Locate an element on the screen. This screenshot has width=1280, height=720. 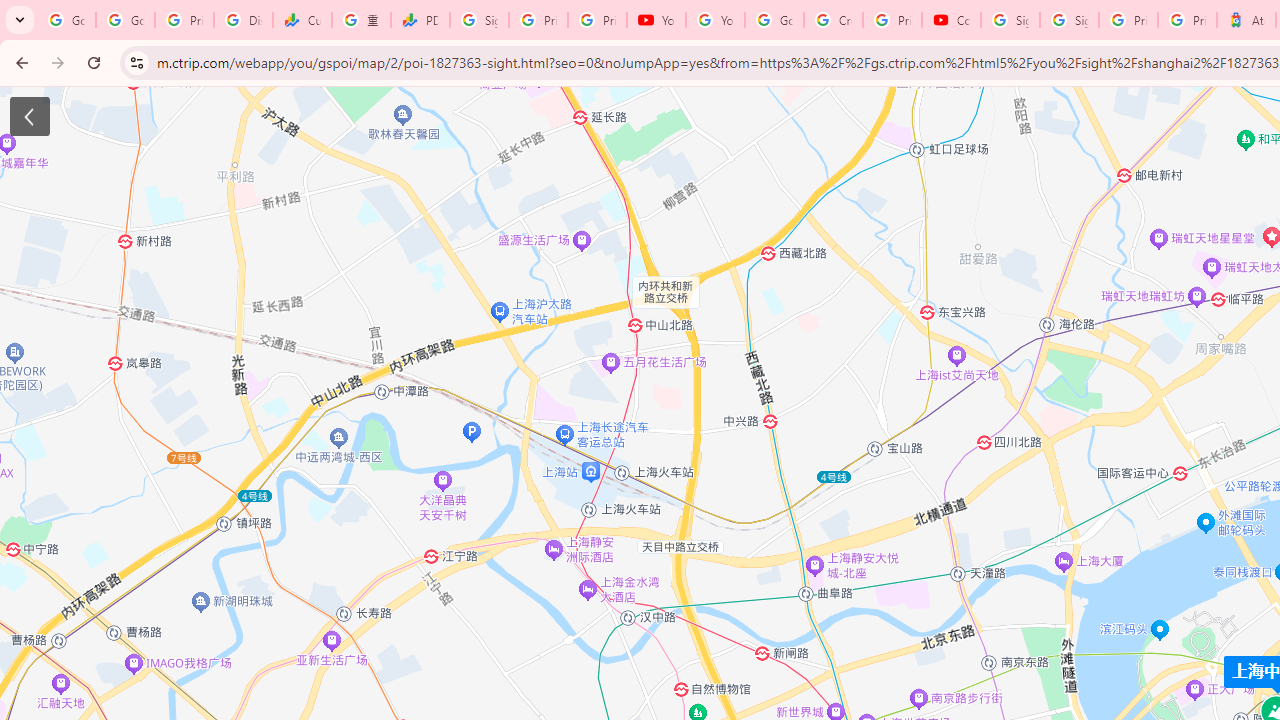
'Sign in - Google Accounts' is located at coordinates (1010, 20).